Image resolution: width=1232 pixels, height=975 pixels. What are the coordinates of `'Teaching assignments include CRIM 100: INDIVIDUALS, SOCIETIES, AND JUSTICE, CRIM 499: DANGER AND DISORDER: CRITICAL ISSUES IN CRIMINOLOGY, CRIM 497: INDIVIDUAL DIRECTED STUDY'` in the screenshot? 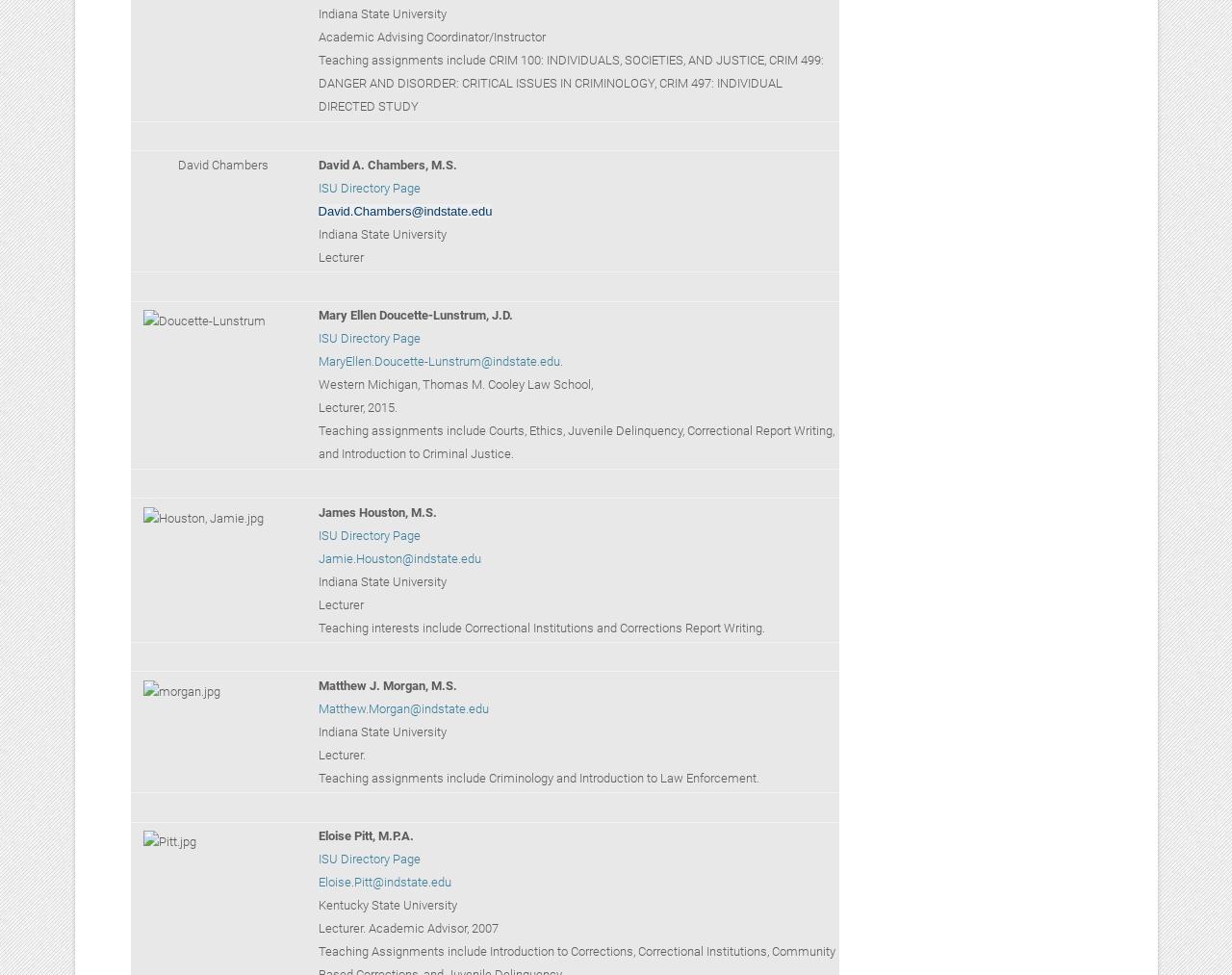 It's located at (569, 82).